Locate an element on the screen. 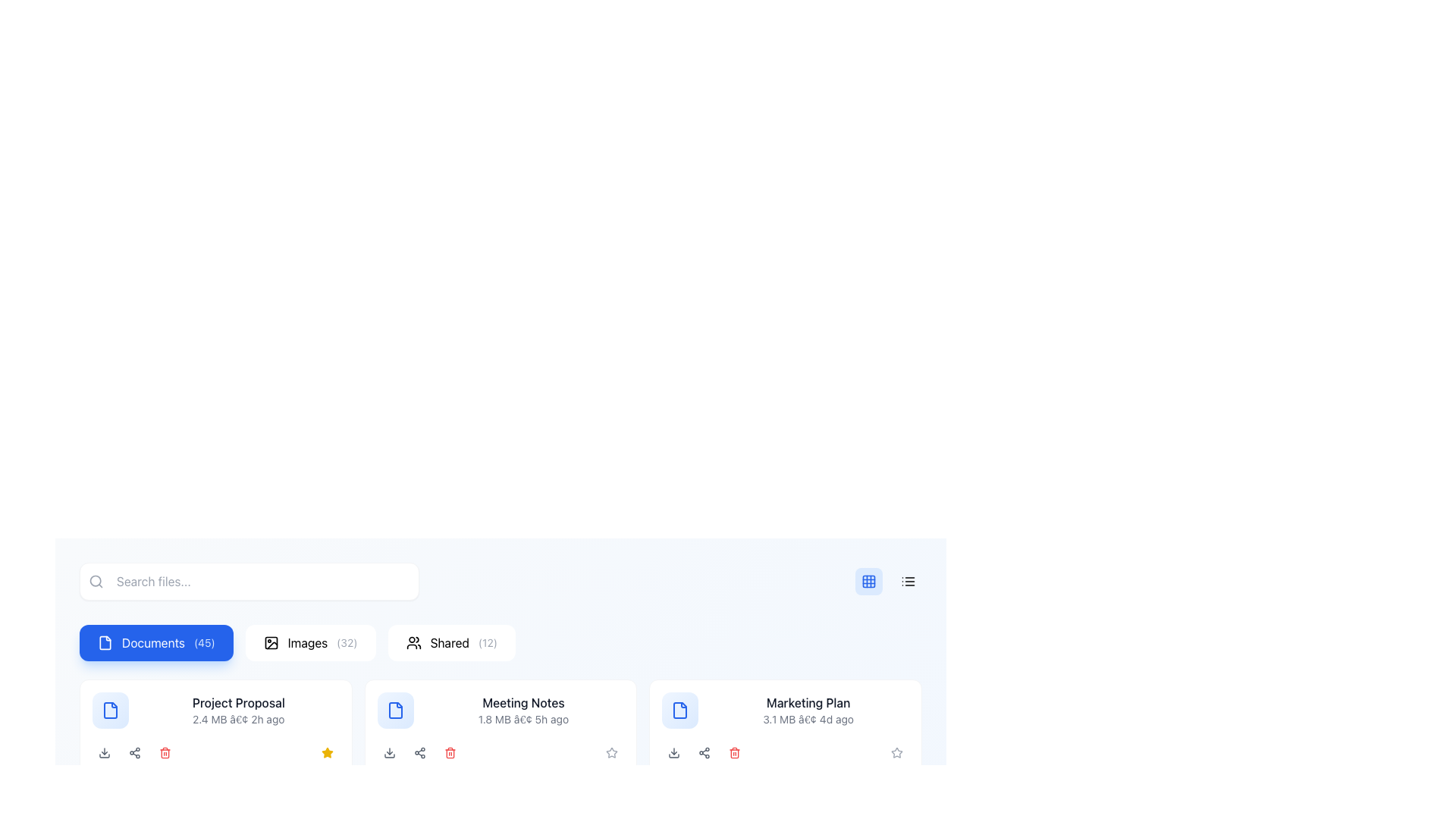 The height and width of the screenshot is (819, 1456). information from the text label displaying '3.1 MB • 4d ago', which is styled in muted gray and is located below the 'Marketing Plan' title in the file description card is located at coordinates (808, 718).